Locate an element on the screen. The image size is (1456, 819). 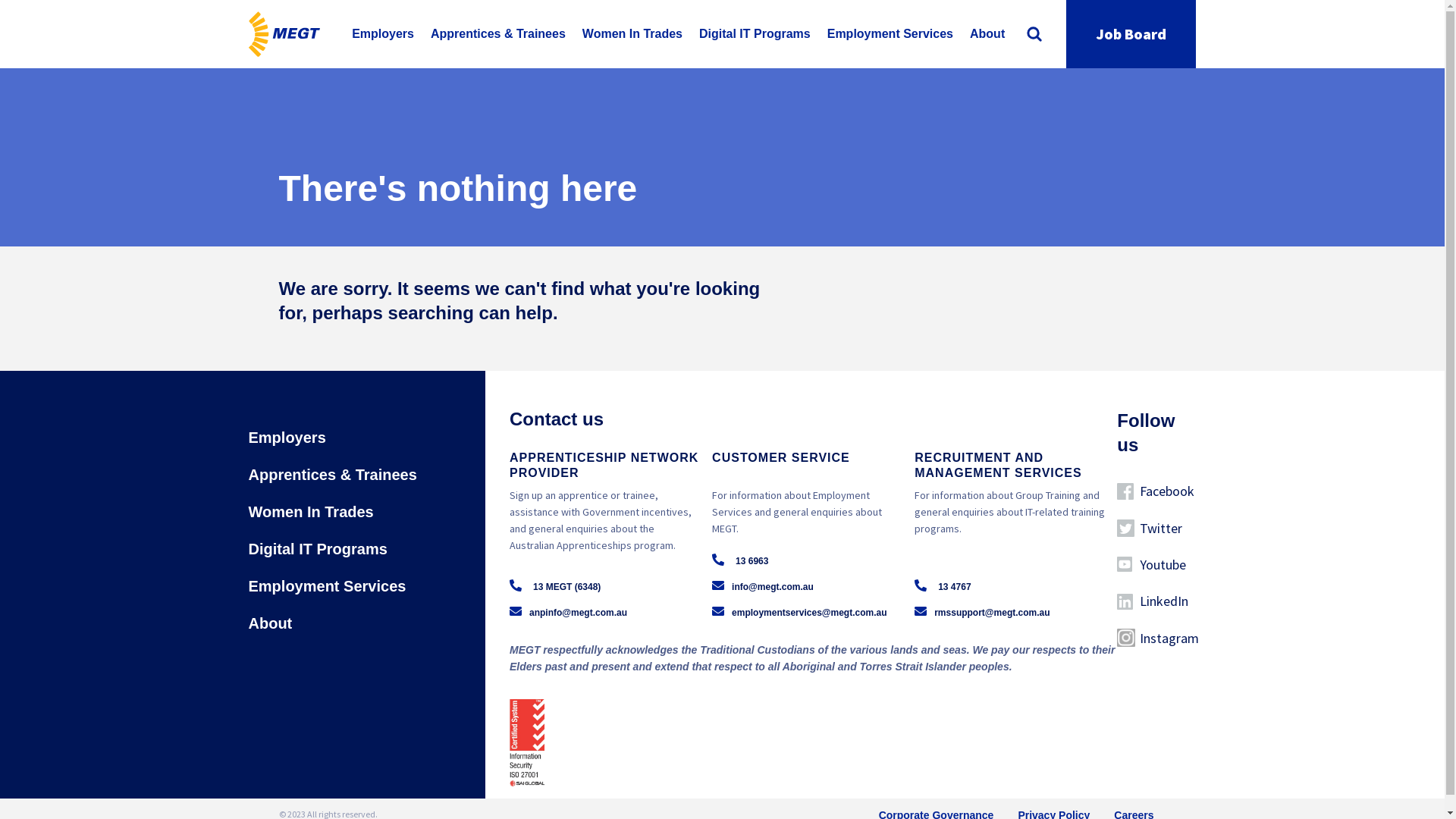
'employmentservices@megt.com.au' is located at coordinates (799, 610).